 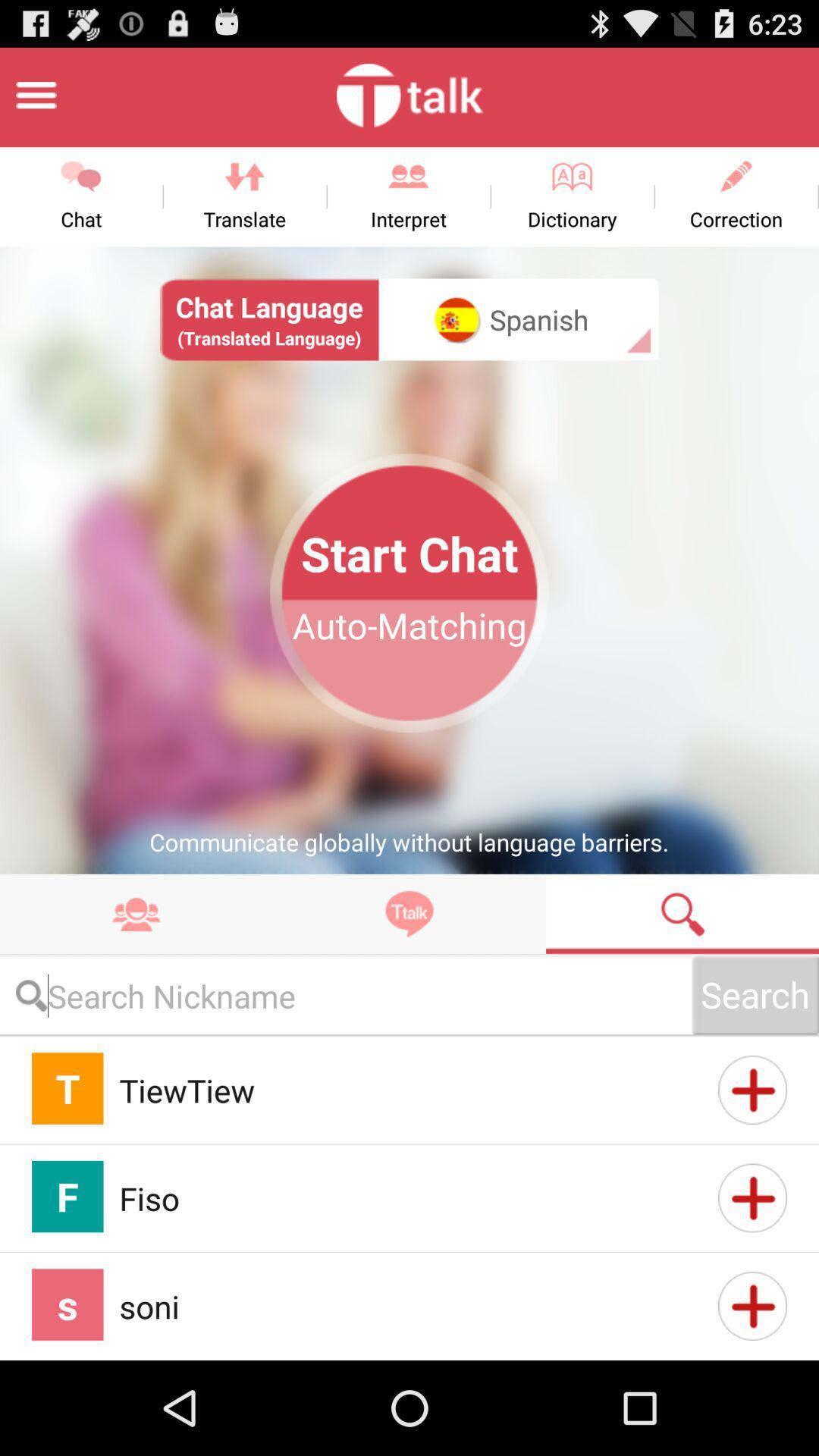 What do you see at coordinates (681, 913) in the screenshot?
I see `search` at bounding box center [681, 913].